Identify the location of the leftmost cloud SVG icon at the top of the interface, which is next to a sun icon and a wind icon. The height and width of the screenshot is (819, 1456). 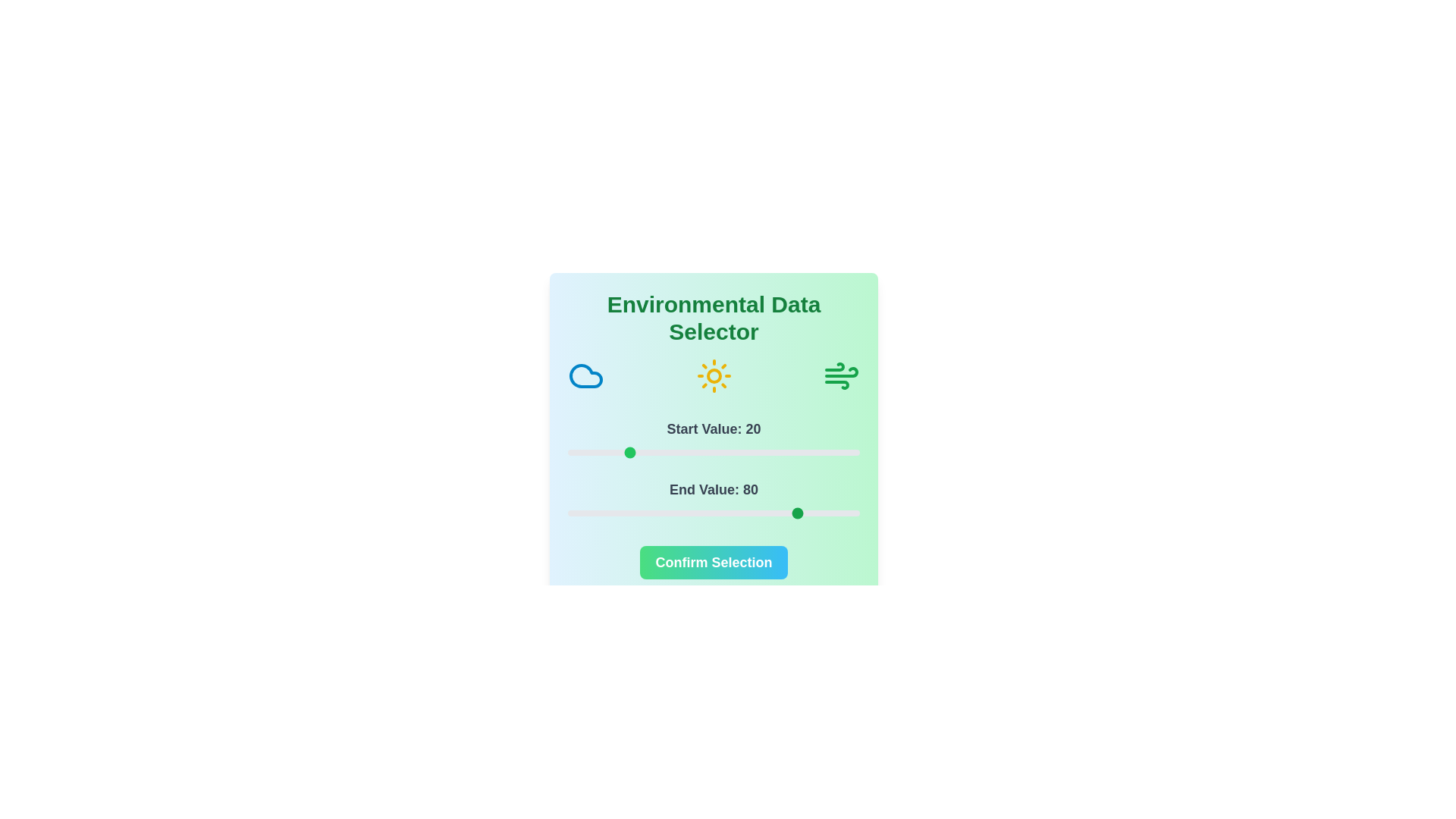
(585, 375).